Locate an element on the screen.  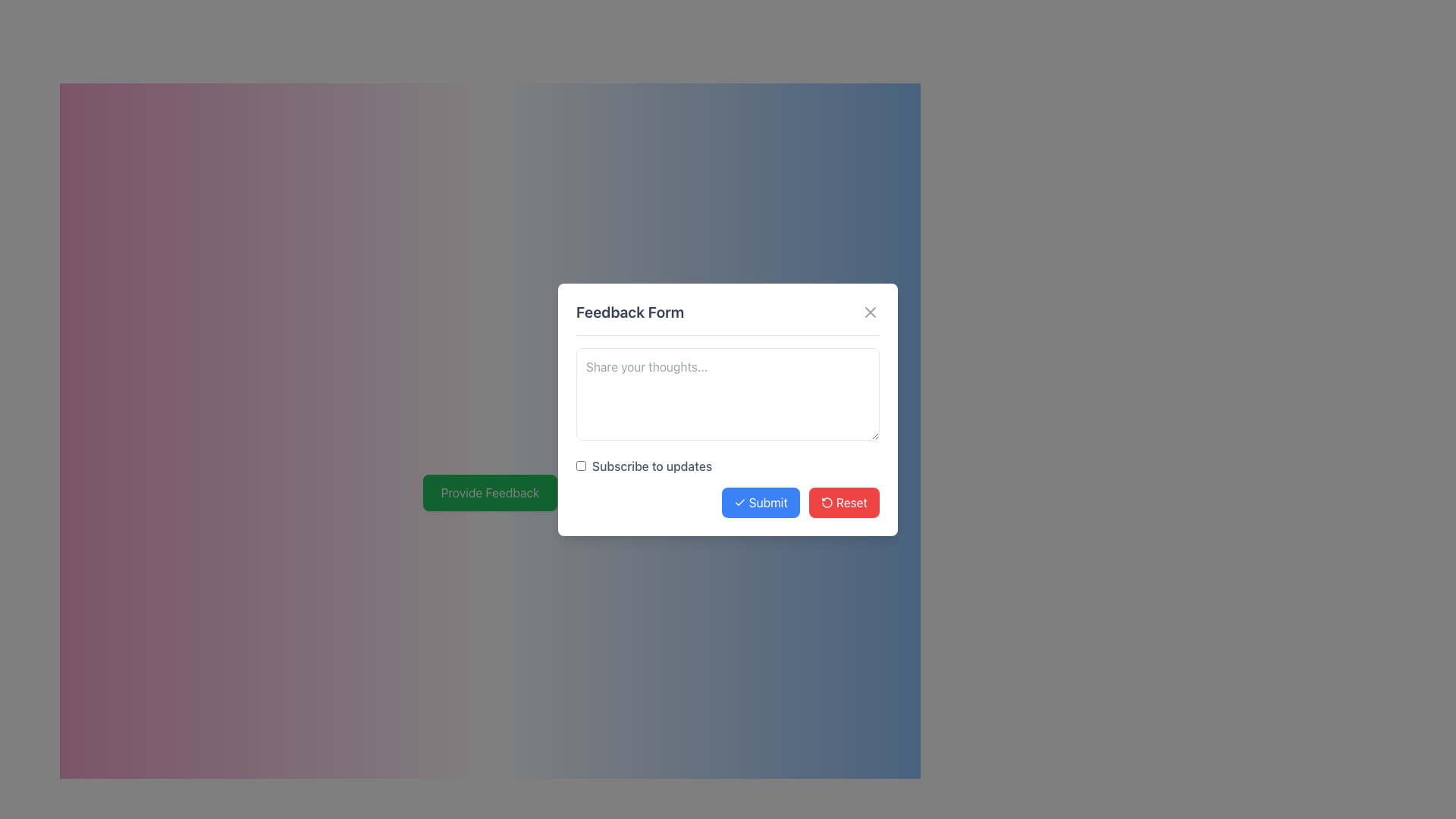
the text label titled 'Subscribe to updates', which is styled in medium gray font and is part of a subscription option in the feedback form modal is located at coordinates (644, 465).